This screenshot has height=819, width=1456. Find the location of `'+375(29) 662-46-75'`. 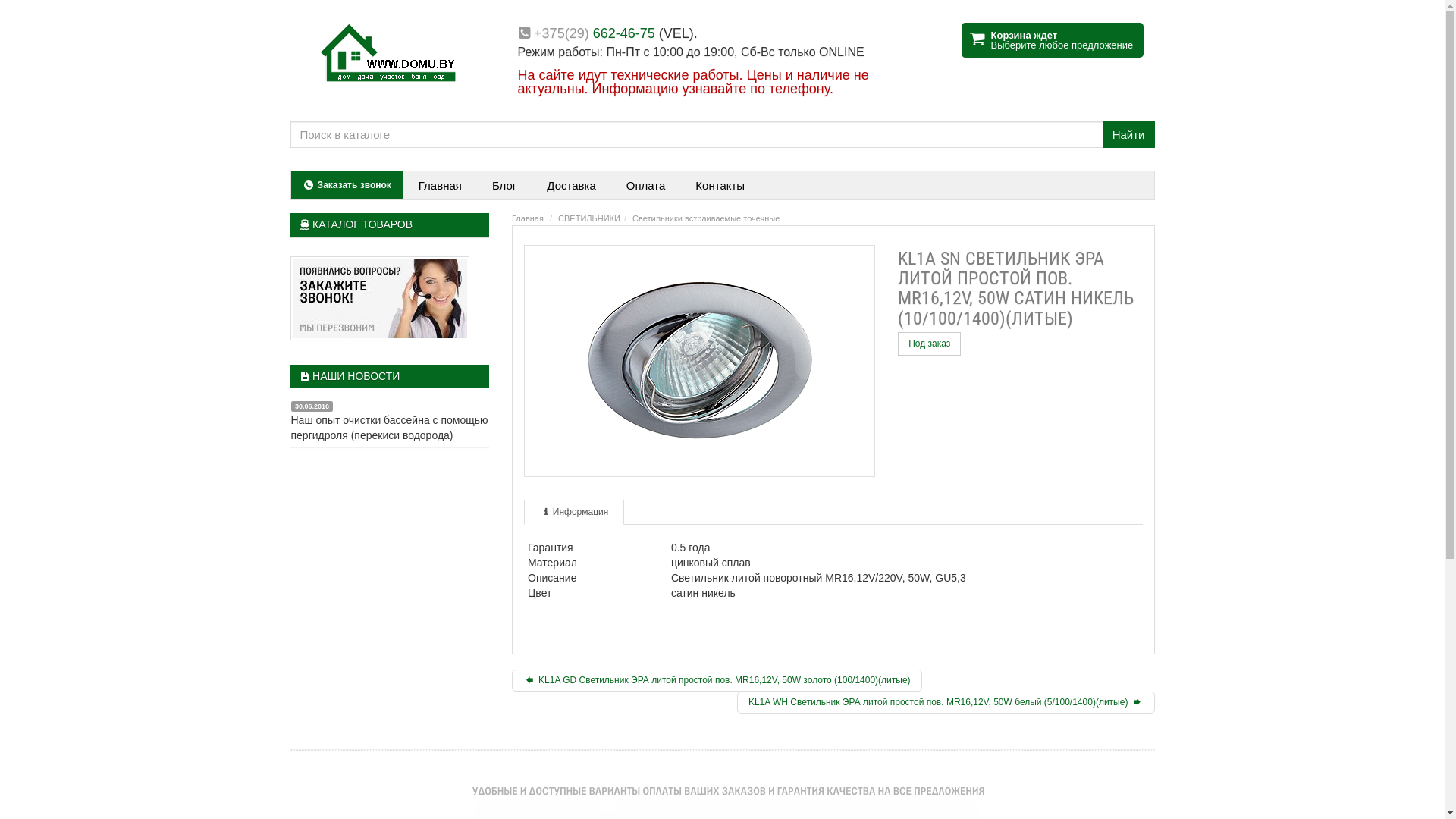

'+375(29) 662-46-75' is located at coordinates (593, 33).